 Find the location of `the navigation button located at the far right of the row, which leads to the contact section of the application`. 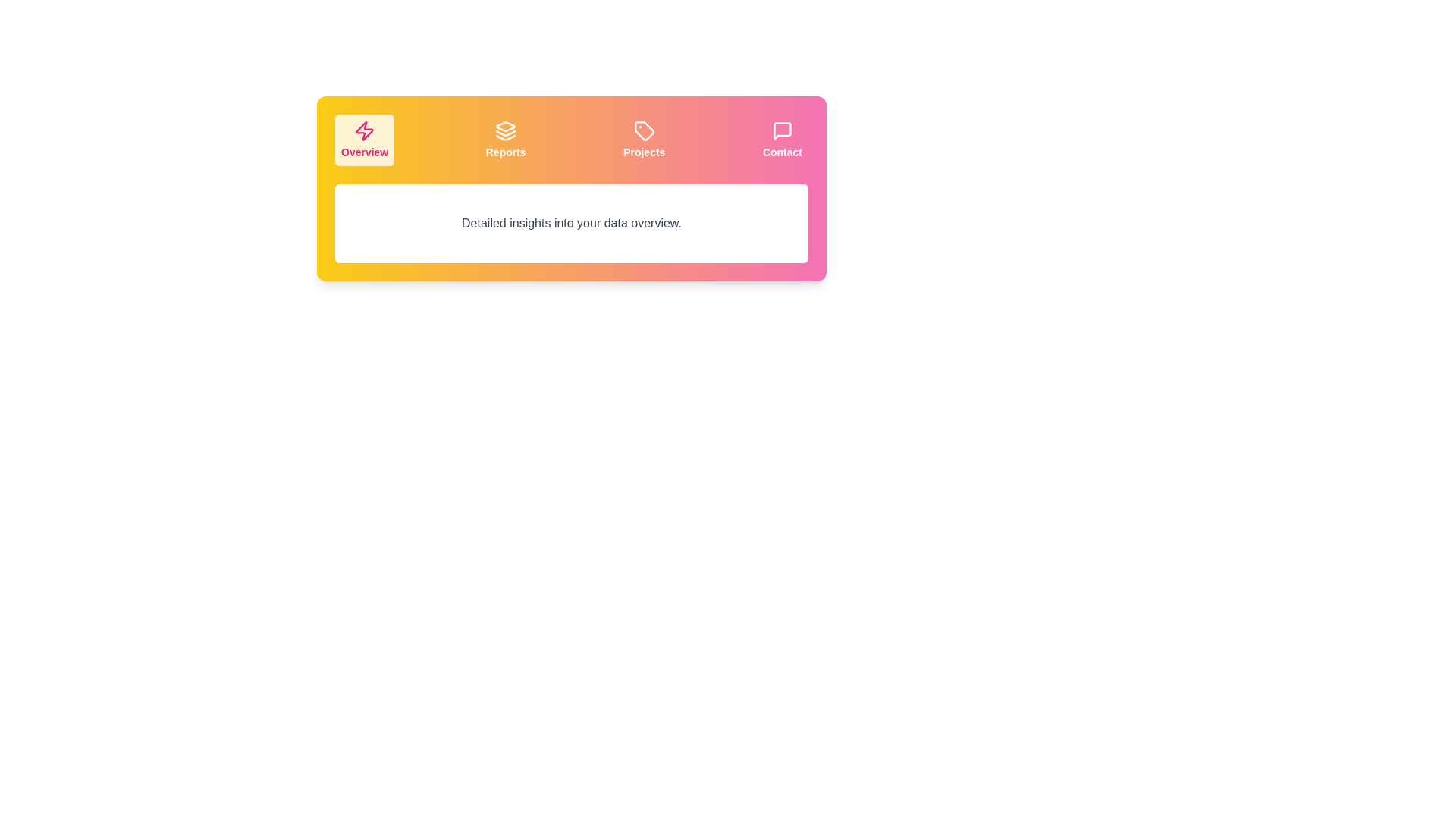

the navigation button located at the far right of the row, which leads to the contact section of the application is located at coordinates (783, 140).